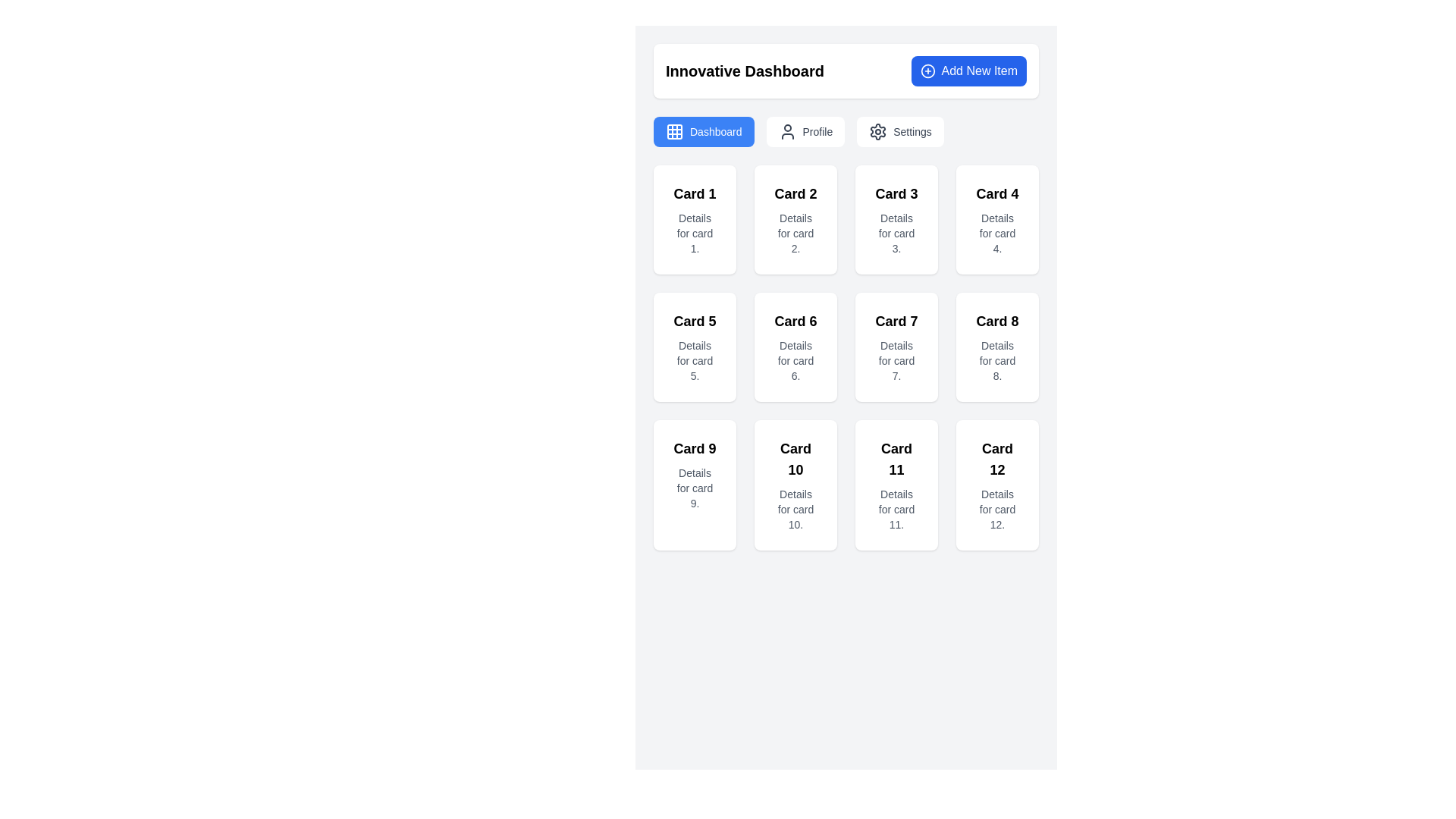  I want to click on the bold text label 'Card 6' located at the upper section of its card in the second row and second column of the grid layout, so click(795, 321).